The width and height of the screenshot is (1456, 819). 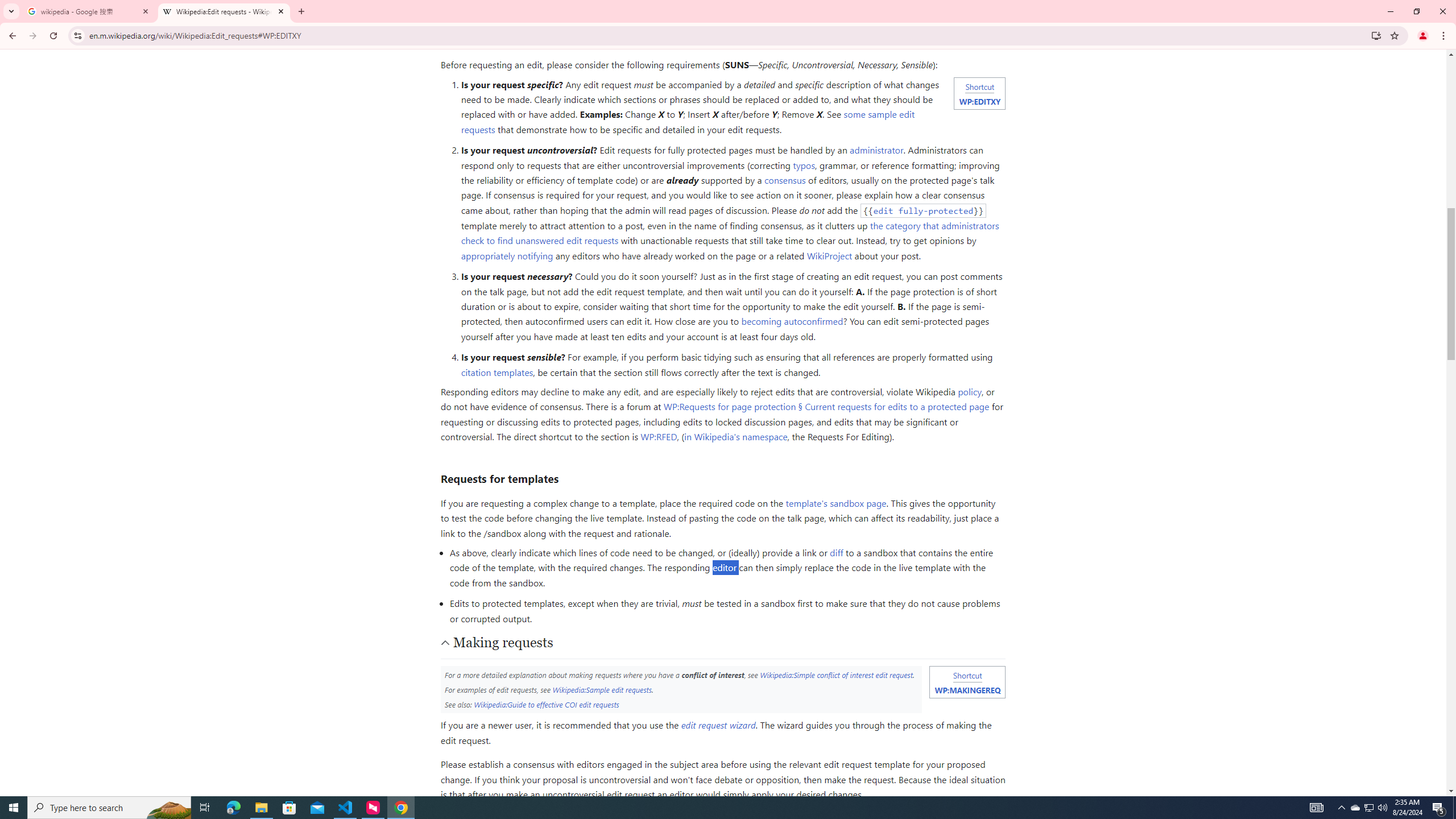 I want to click on 'Shortcut', so click(x=967, y=675).